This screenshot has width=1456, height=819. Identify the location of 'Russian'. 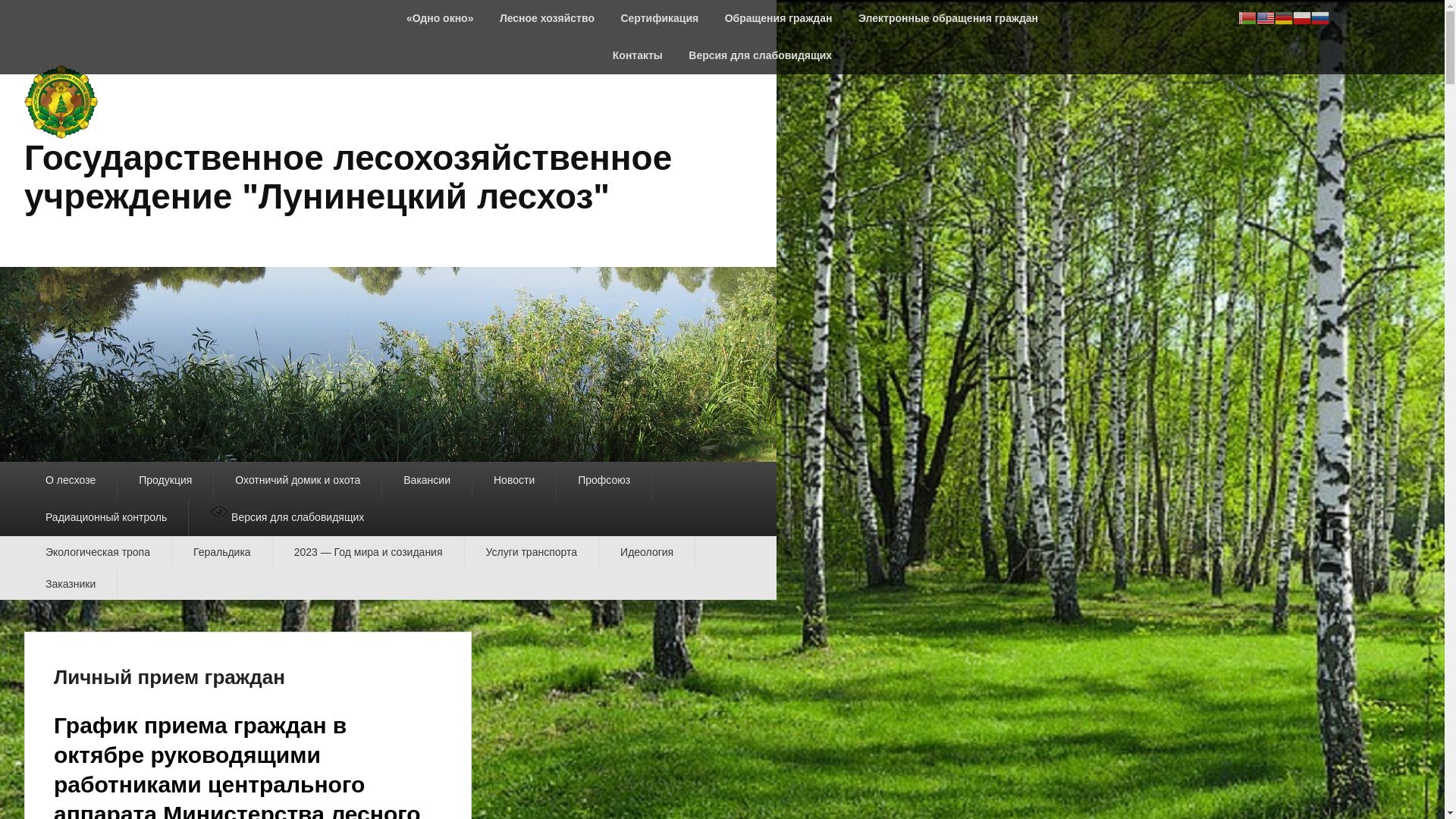
(1319, 17).